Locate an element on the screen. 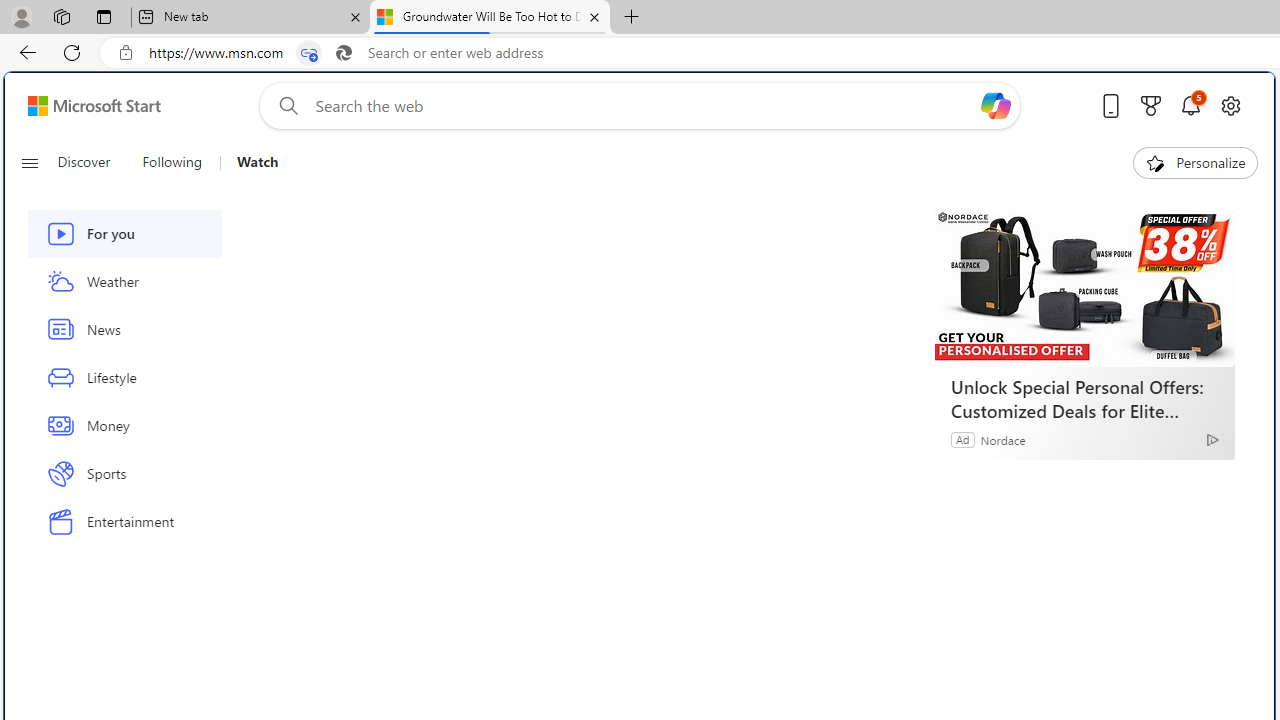 This screenshot has height=720, width=1280. 'Notifications' is located at coordinates (1191, 105).